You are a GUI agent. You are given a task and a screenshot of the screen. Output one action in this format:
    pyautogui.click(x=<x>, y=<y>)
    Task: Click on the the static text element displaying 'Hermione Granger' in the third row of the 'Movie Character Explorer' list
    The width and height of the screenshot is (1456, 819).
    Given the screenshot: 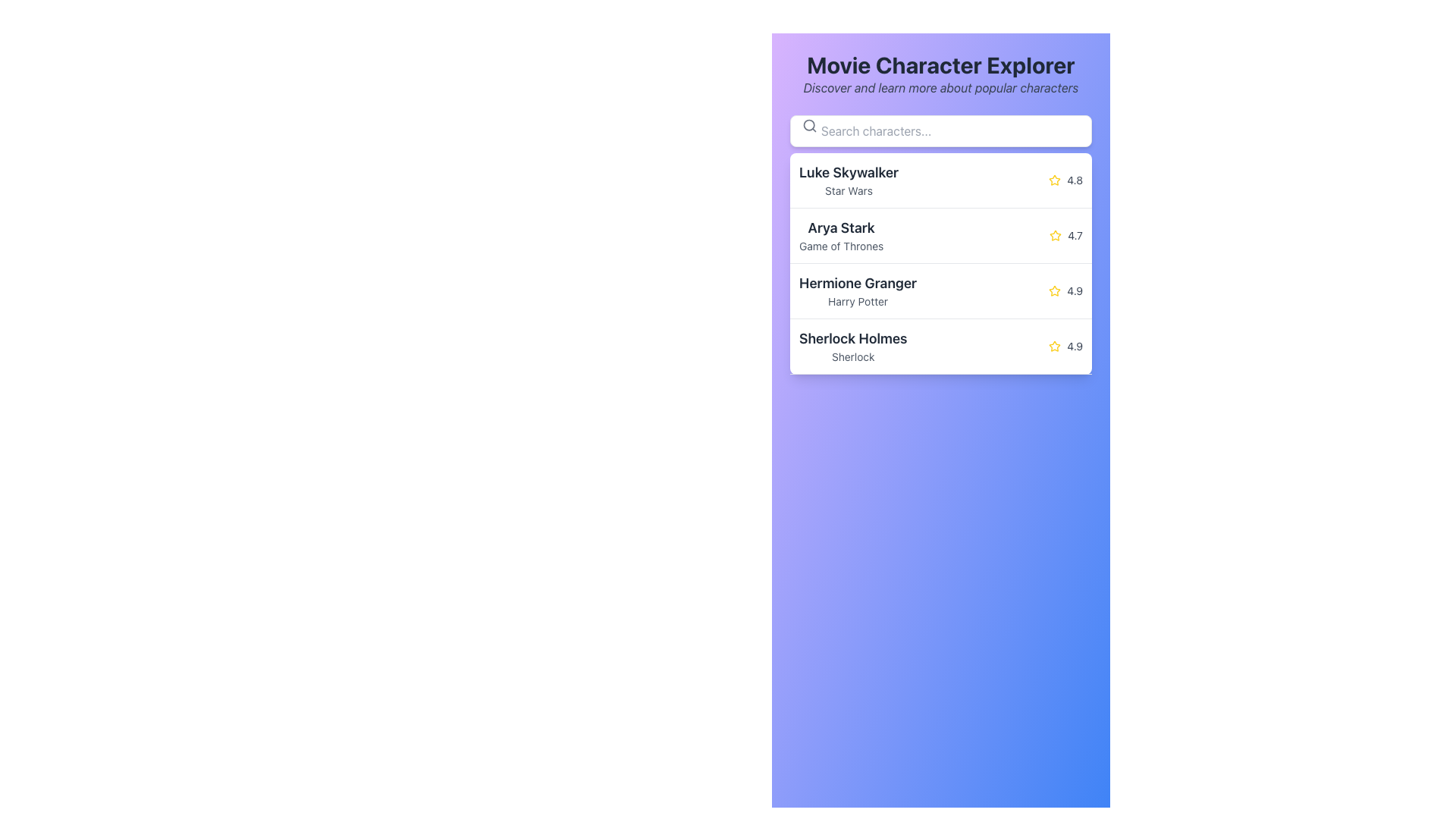 What is the action you would take?
    pyautogui.click(x=858, y=291)
    